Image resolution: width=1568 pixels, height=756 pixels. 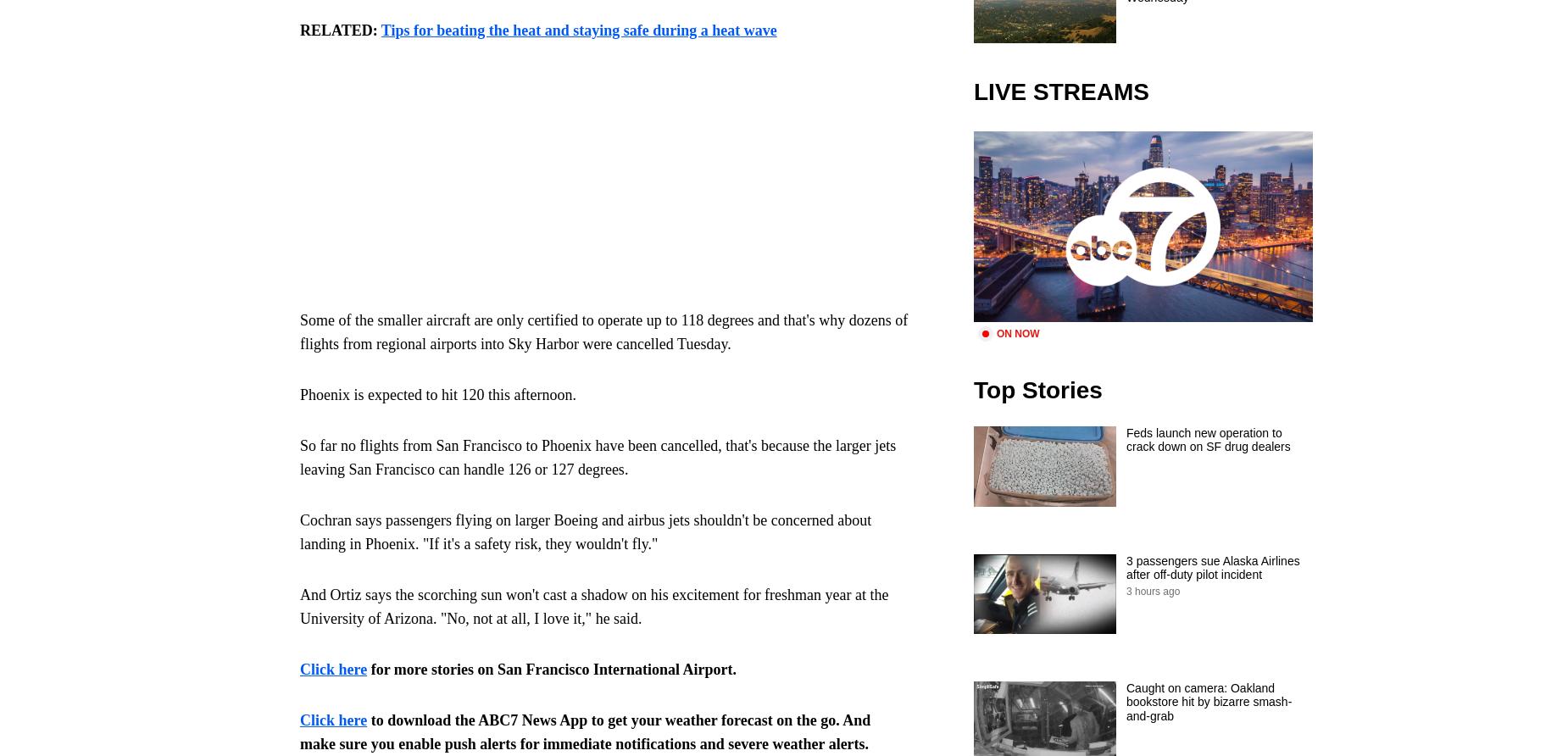 What do you see at coordinates (1126, 567) in the screenshot?
I see `'3 passengers sue Alaska Airlines after off-duty pilot incident'` at bounding box center [1126, 567].